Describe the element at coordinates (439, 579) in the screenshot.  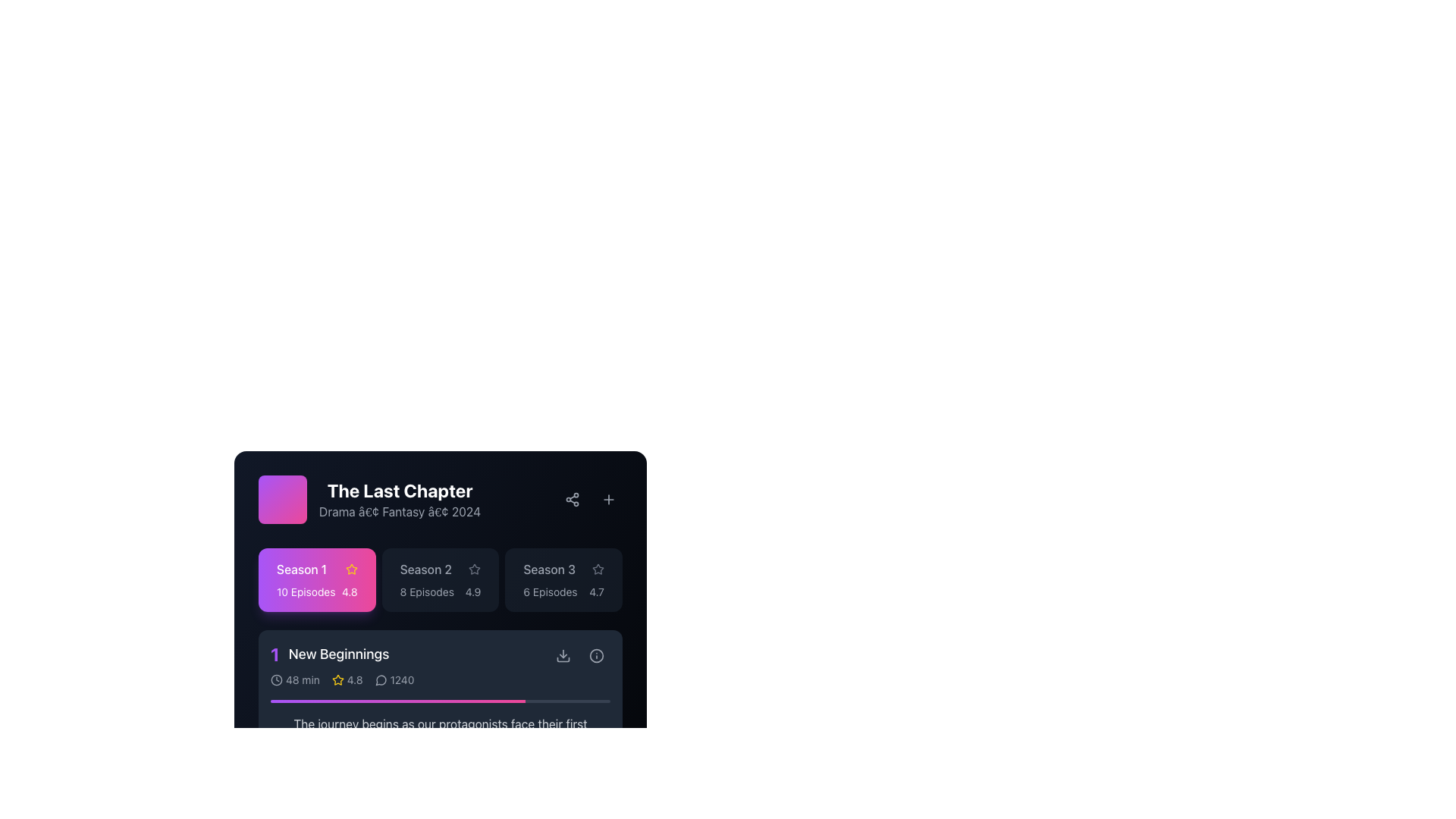
I see `the middle button labeled 'Season 2'` at that location.